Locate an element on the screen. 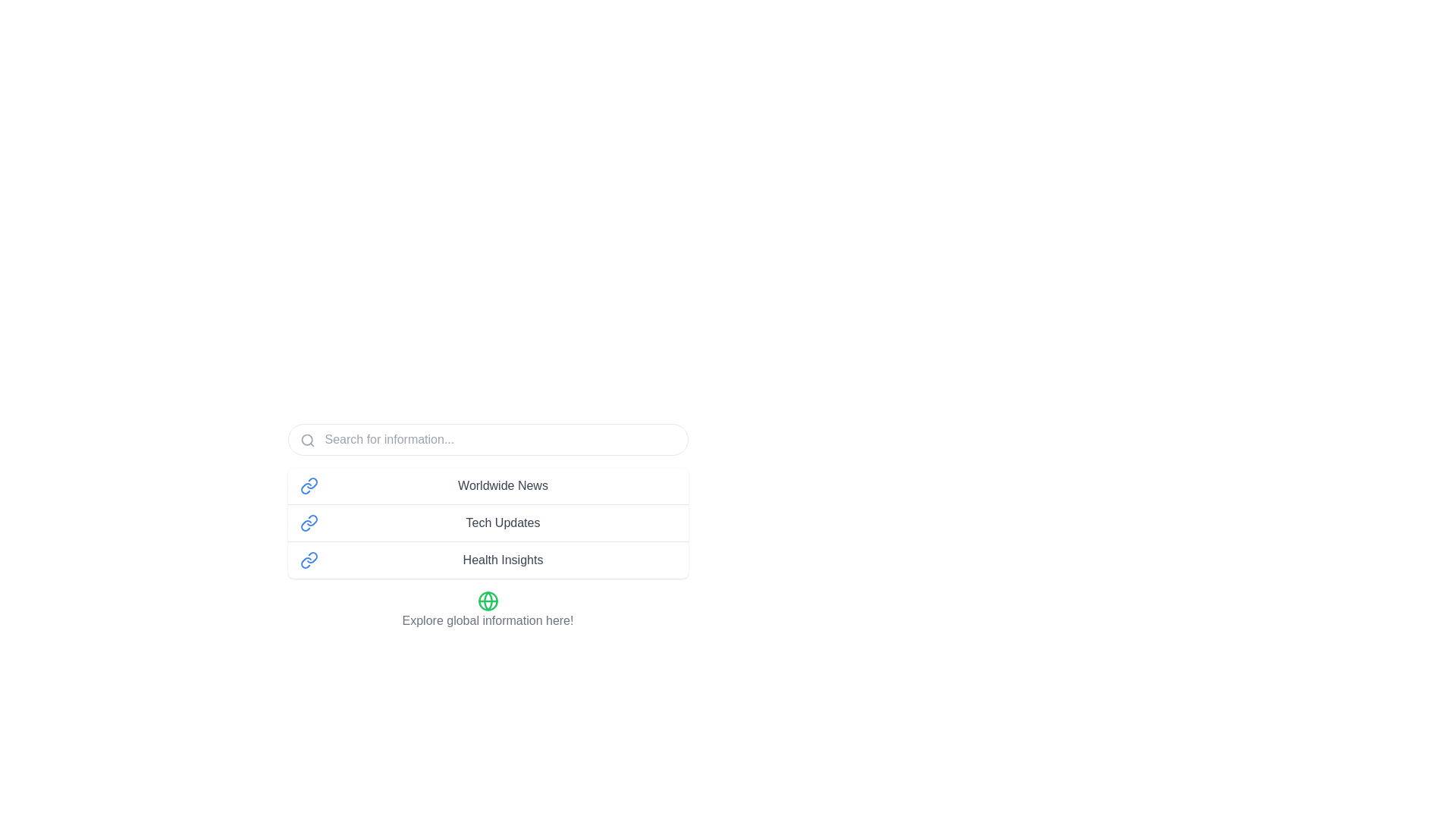 Image resolution: width=1456 pixels, height=819 pixels. the hyperlink icon located at the top-left corner of the 'Worldwide News' row, adjacent to the text 'Worldwide News' is located at coordinates (308, 485).